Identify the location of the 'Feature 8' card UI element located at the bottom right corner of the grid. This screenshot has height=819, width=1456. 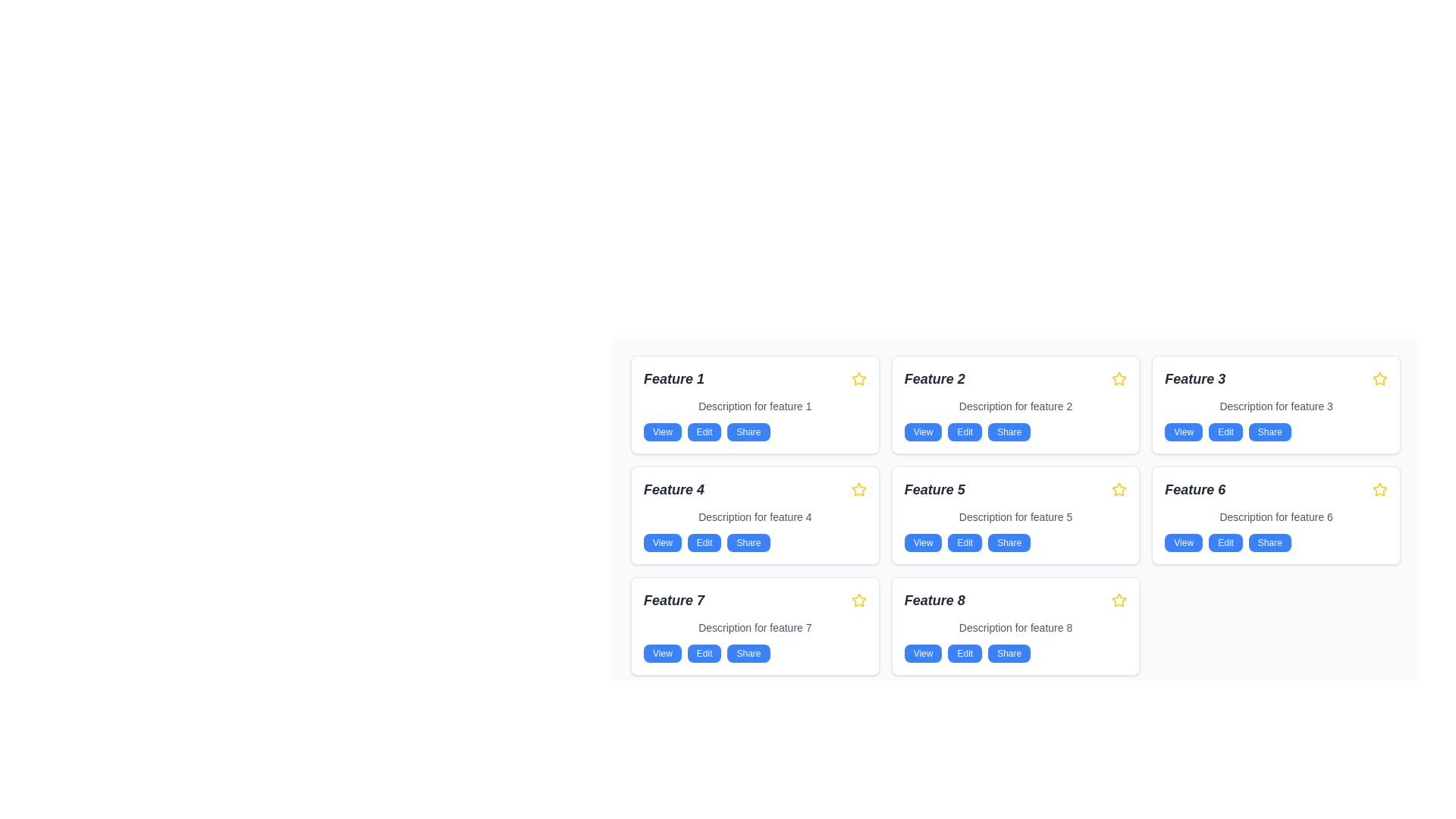
(1015, 626).